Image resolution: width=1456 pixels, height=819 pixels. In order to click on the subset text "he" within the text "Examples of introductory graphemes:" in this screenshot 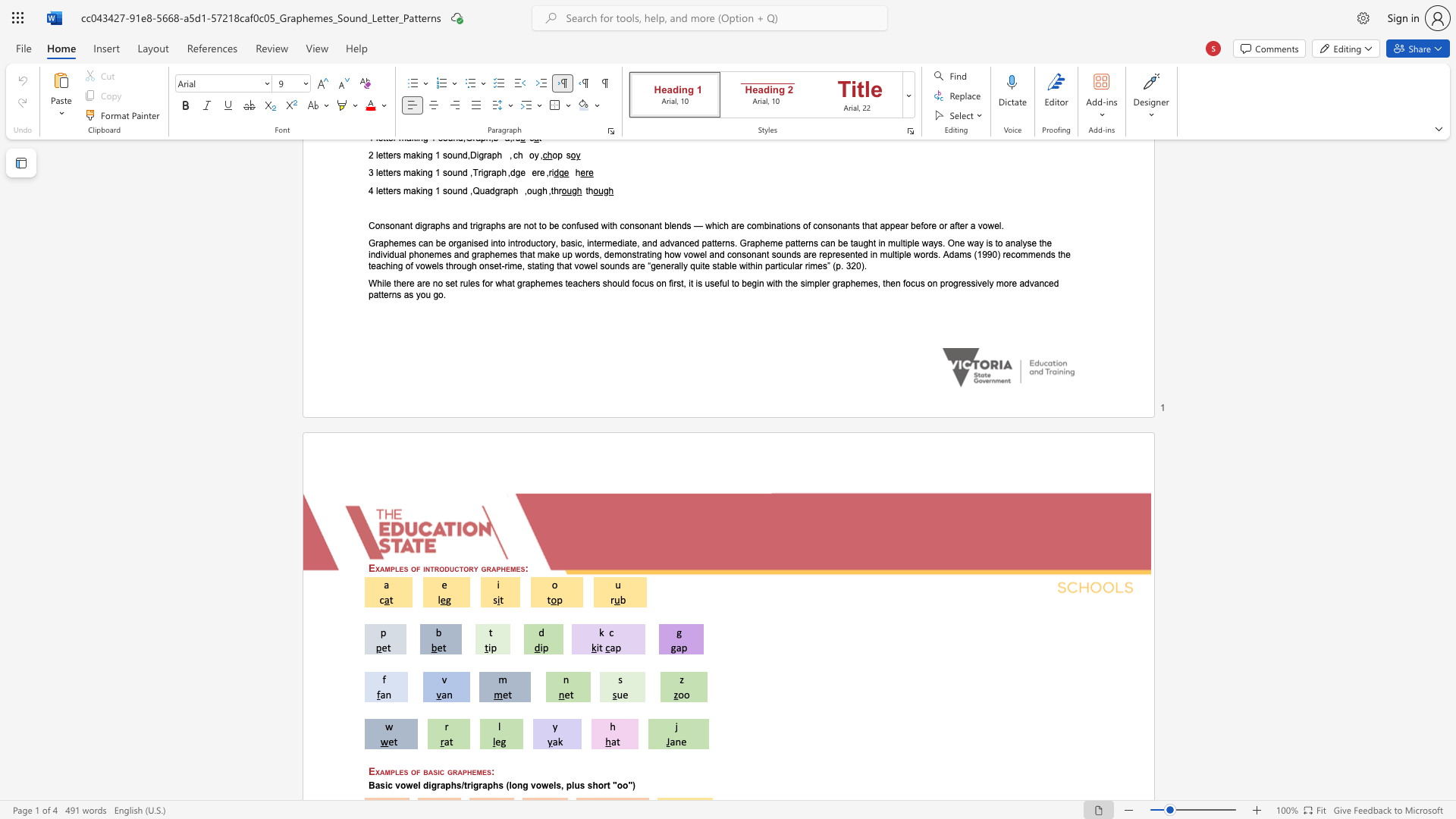, I will do `click(500, 568)`.